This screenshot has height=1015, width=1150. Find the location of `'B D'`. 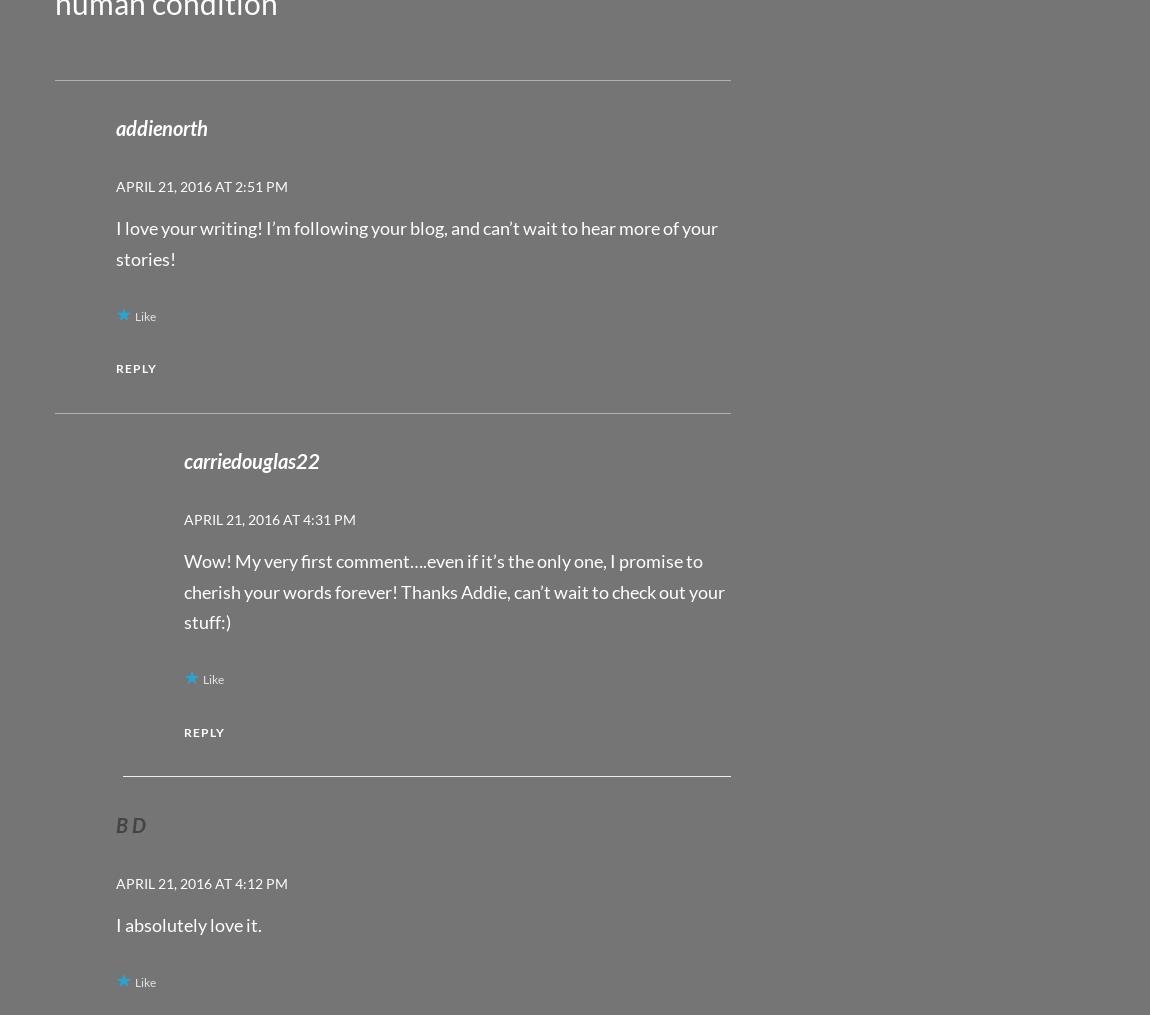

'B D' is located at coordinates (129, 823).